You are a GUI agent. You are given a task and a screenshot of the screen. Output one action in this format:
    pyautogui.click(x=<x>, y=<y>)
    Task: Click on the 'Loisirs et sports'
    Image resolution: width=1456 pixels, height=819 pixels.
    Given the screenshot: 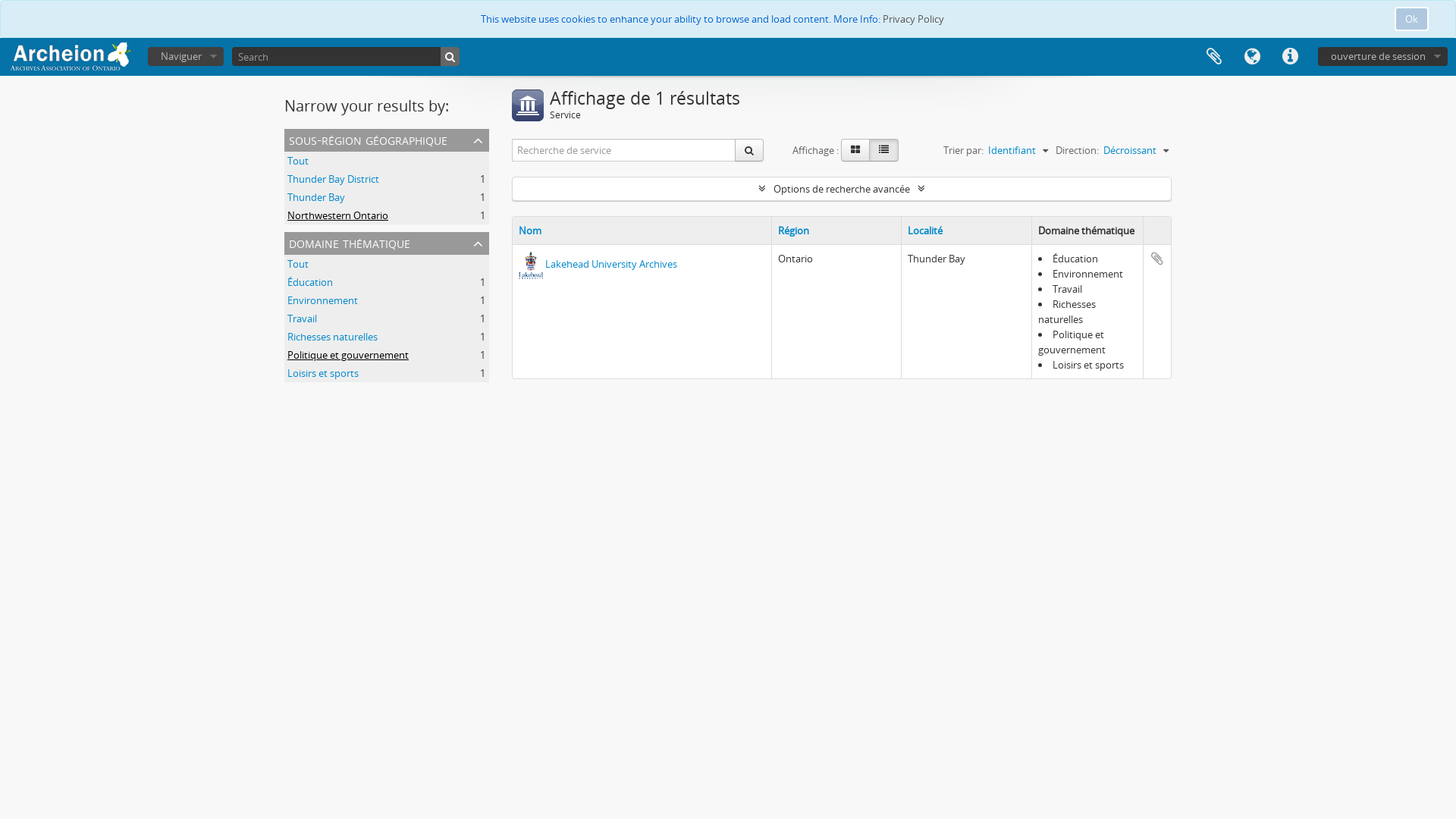 What is the action you would take?
    pyautogui.click(x=322, y=373)
    